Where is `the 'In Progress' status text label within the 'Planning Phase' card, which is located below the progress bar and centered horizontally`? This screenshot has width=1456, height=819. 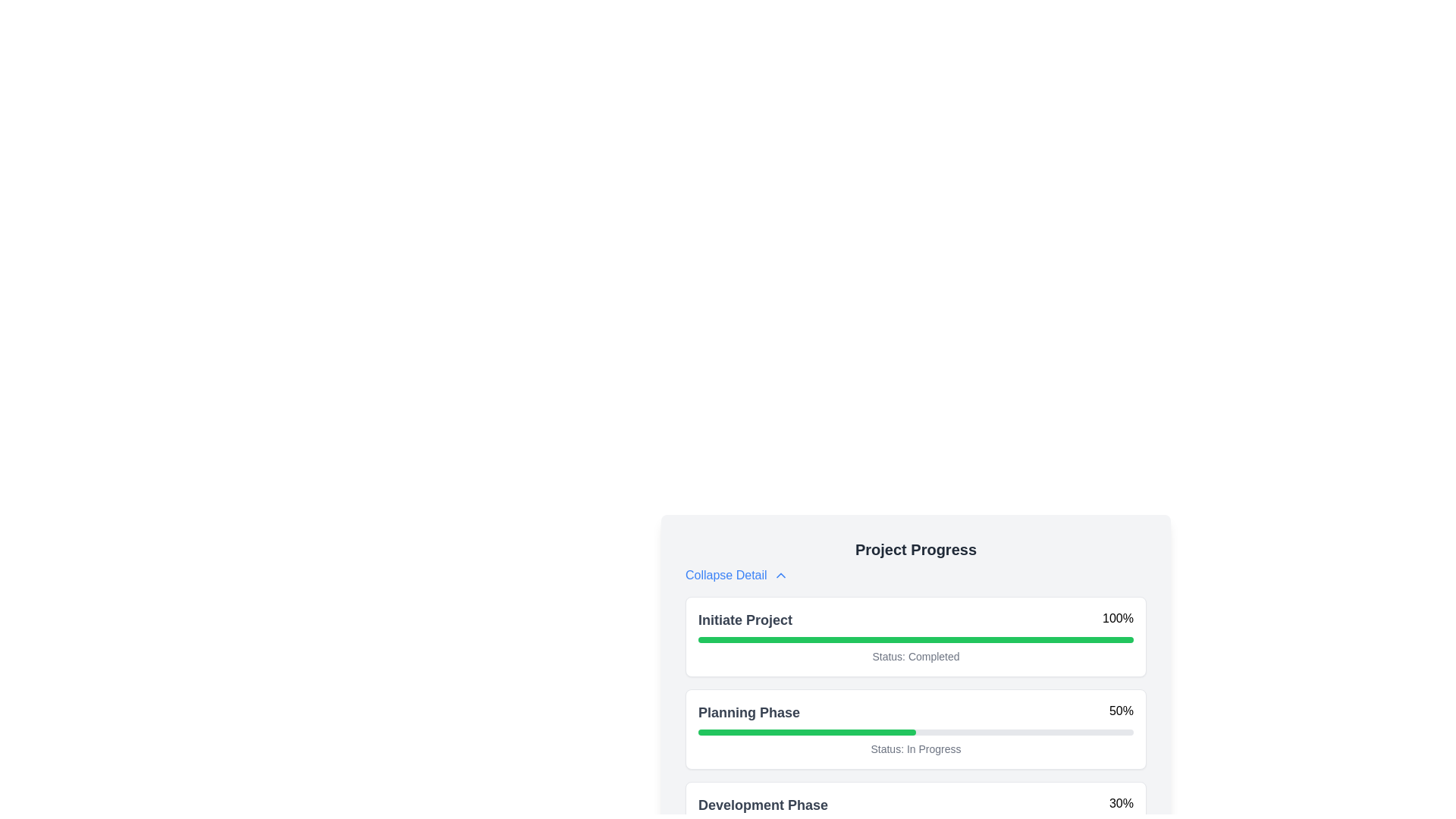
the 'In Progress' status text label within the 'Planning Phase' card, which is located below the progress bar and centered horizontally is located at coordinates (915, 748).